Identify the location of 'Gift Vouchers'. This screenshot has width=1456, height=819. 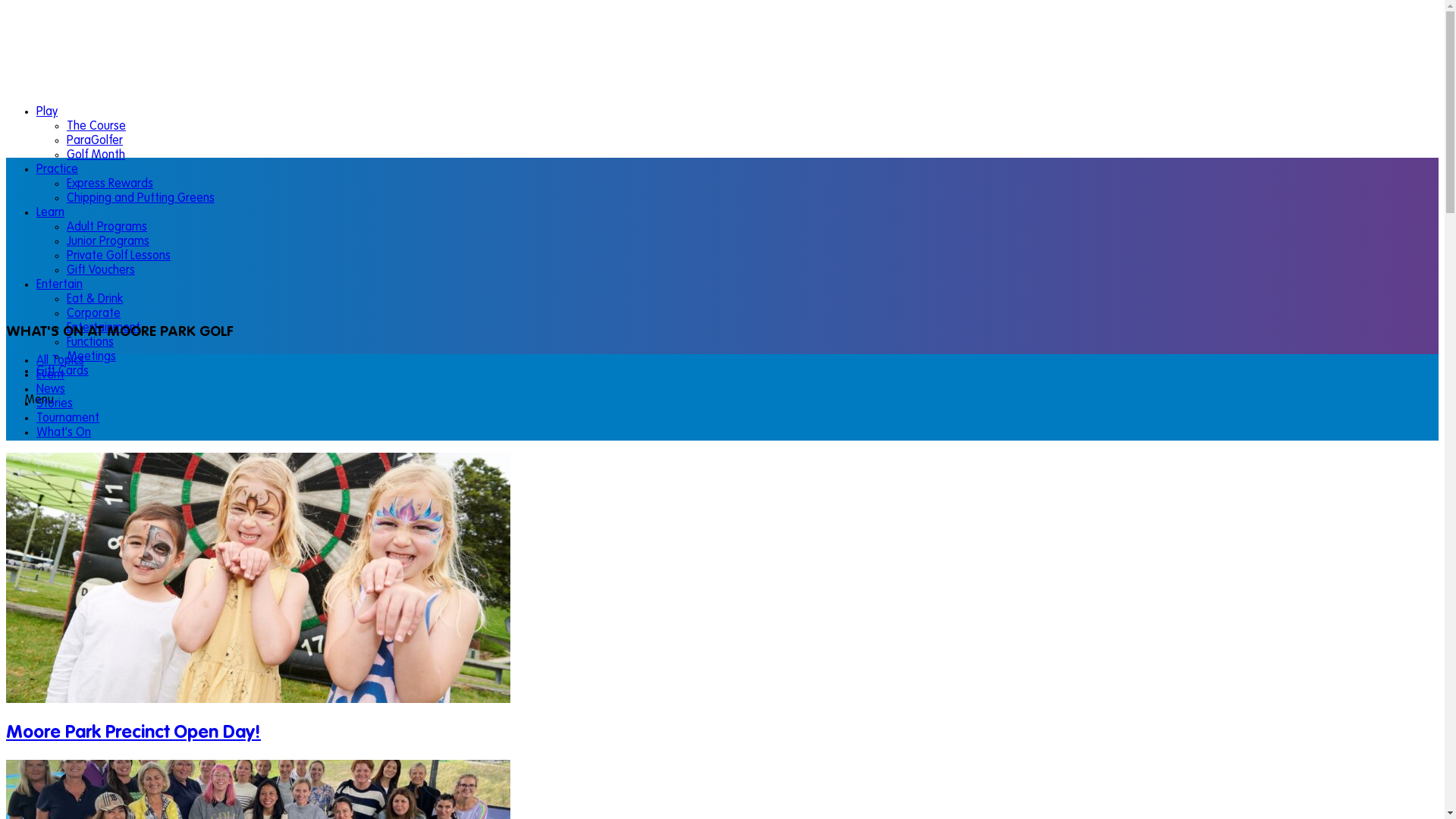
(100, 270).